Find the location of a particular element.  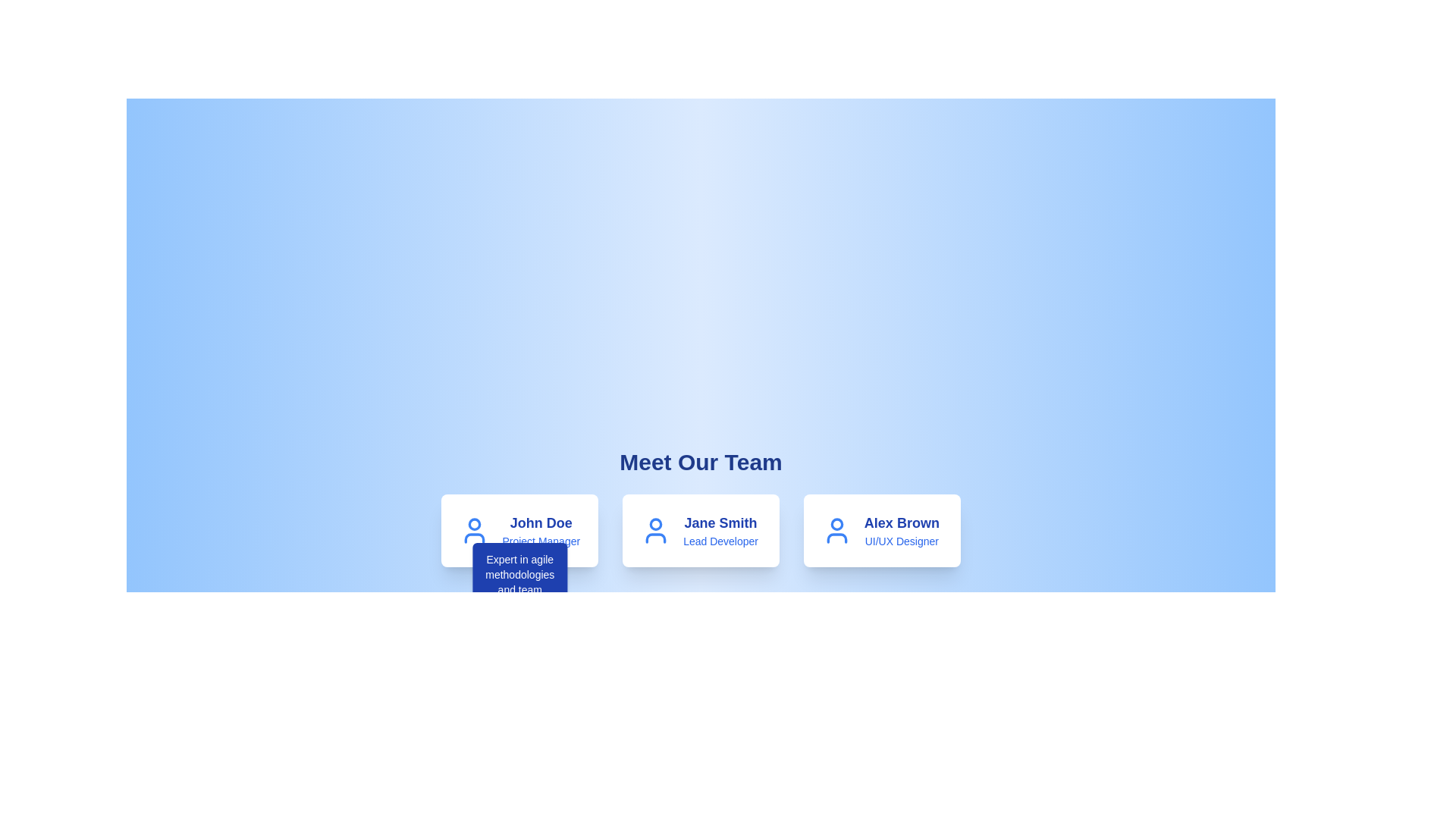

the text display that shows the name and title of a user, located in the first card under the 'Meet Our Team' header is located at coordinates (541, 529).